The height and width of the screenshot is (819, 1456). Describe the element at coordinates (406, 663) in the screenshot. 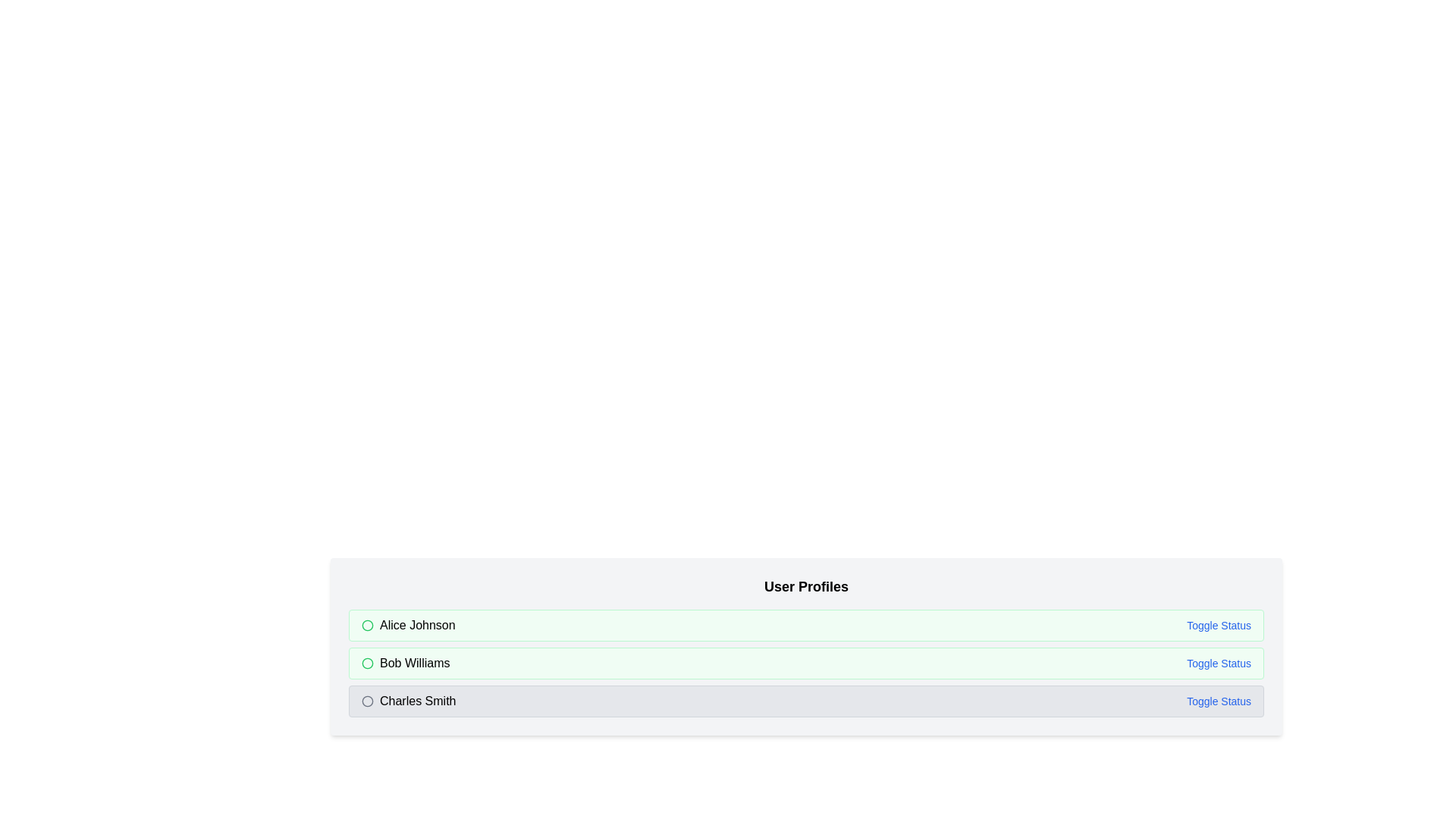

I see `the Text label displaying 'Bob Williams', which is the second item in a vertical list of user entries` at that location.